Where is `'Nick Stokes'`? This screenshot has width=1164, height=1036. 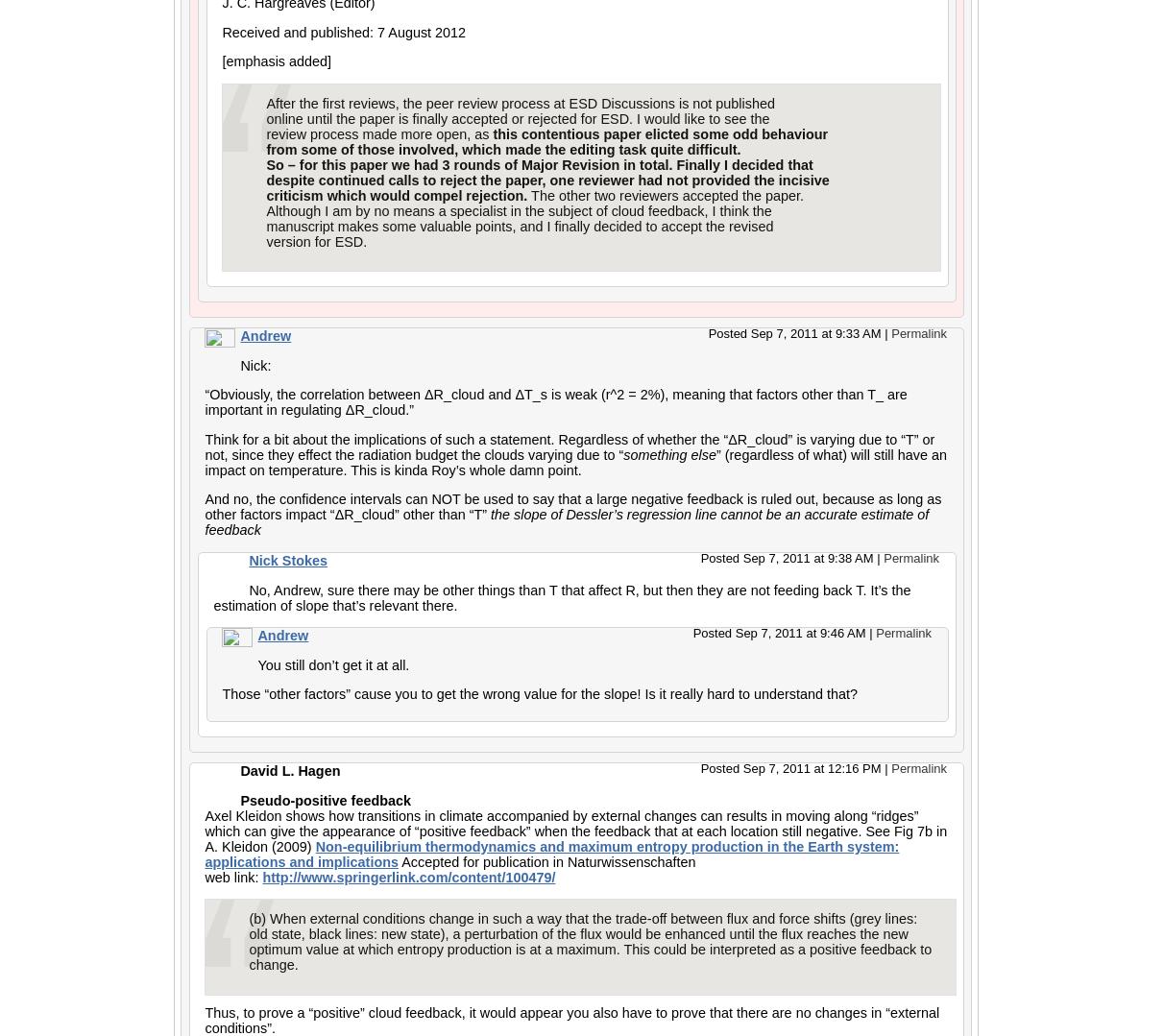
'Nick Stokes' is located at coordinates (287, 559).